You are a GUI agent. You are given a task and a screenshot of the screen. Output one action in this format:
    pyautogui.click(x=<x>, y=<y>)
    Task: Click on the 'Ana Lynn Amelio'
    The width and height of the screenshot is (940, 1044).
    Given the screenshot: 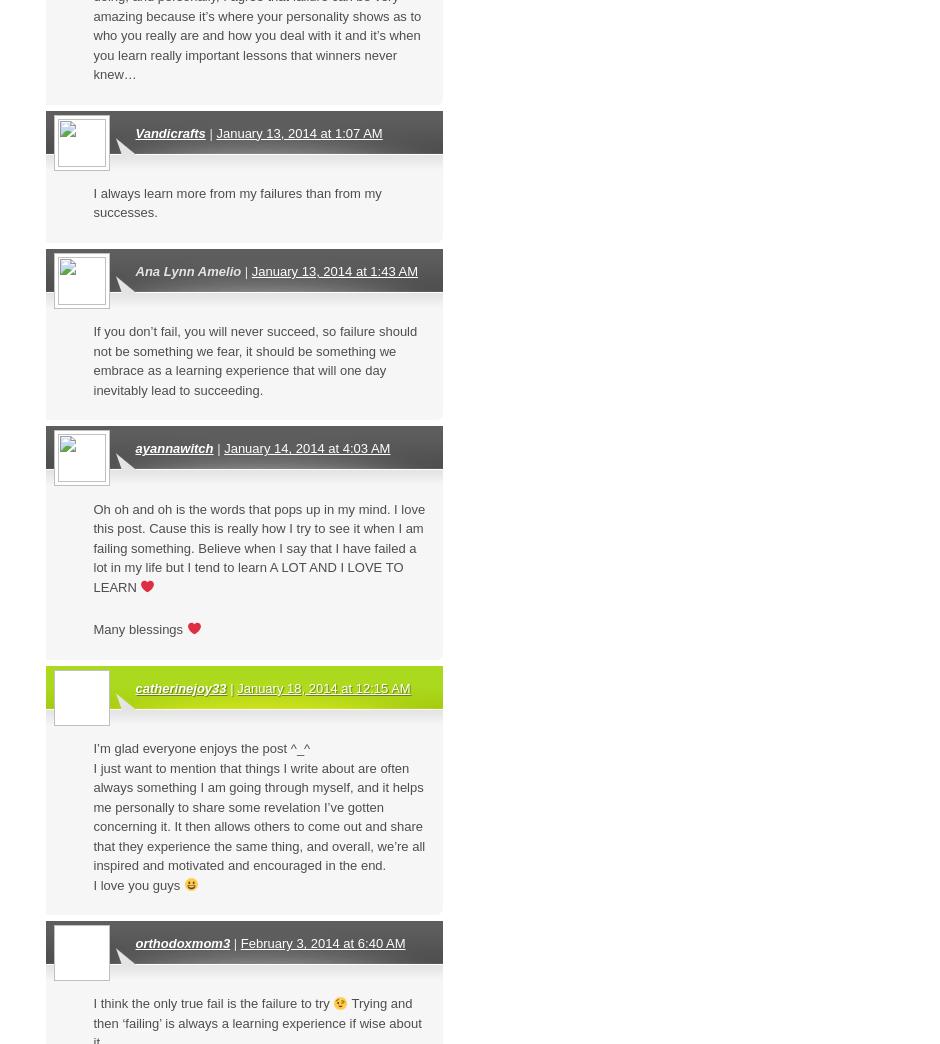 What is the action you would take?
    pyautogui.click(x=188, y=270)
    